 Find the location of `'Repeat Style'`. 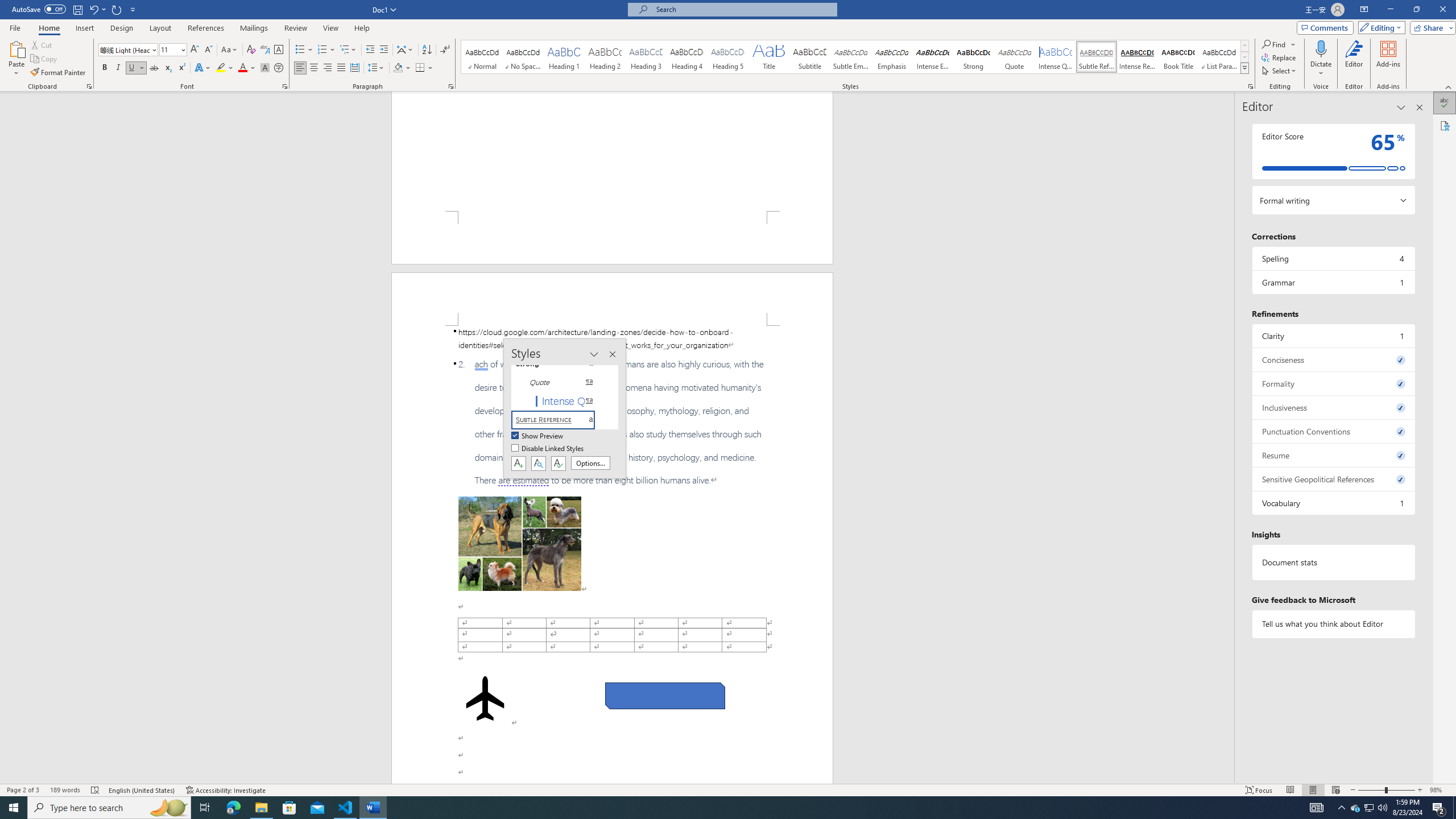

'Repeat Style' is located at coordinates (117, 9).